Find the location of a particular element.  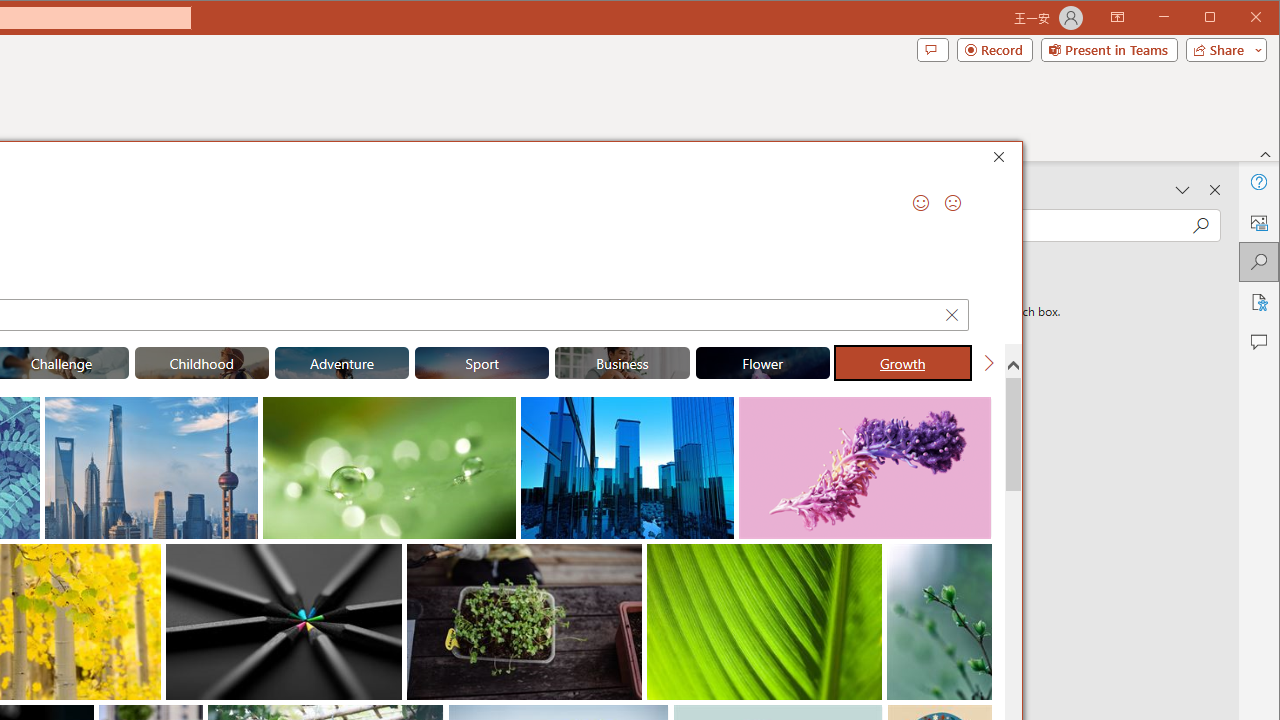

'Maximize' is located at coordinates (1238, 19).